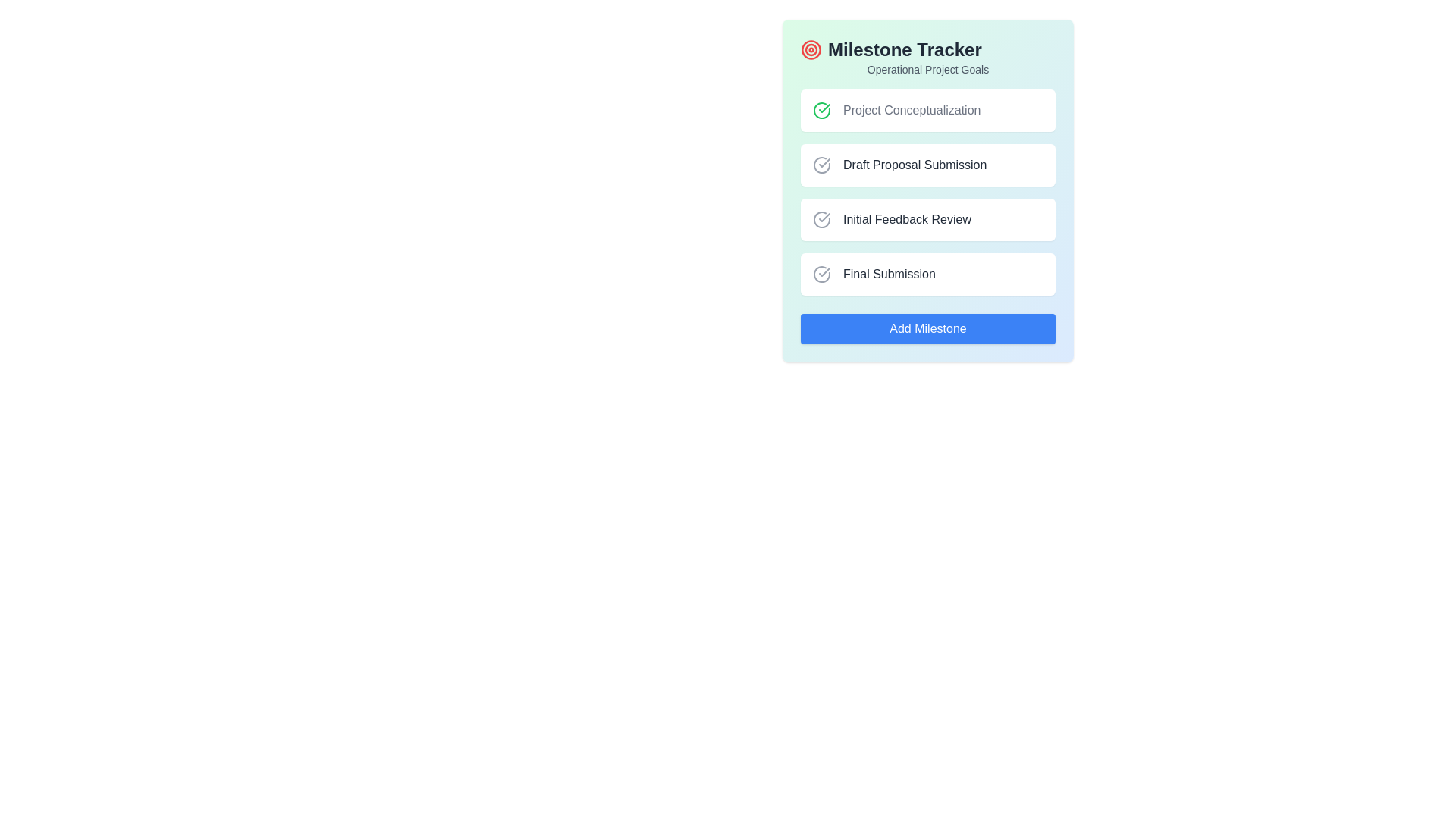  I want to click on the completion status of the text label reading 'Project Conceptualization' which is styled with a strikethrough line and positioned within a minimalist box layout, so click(911, 110).